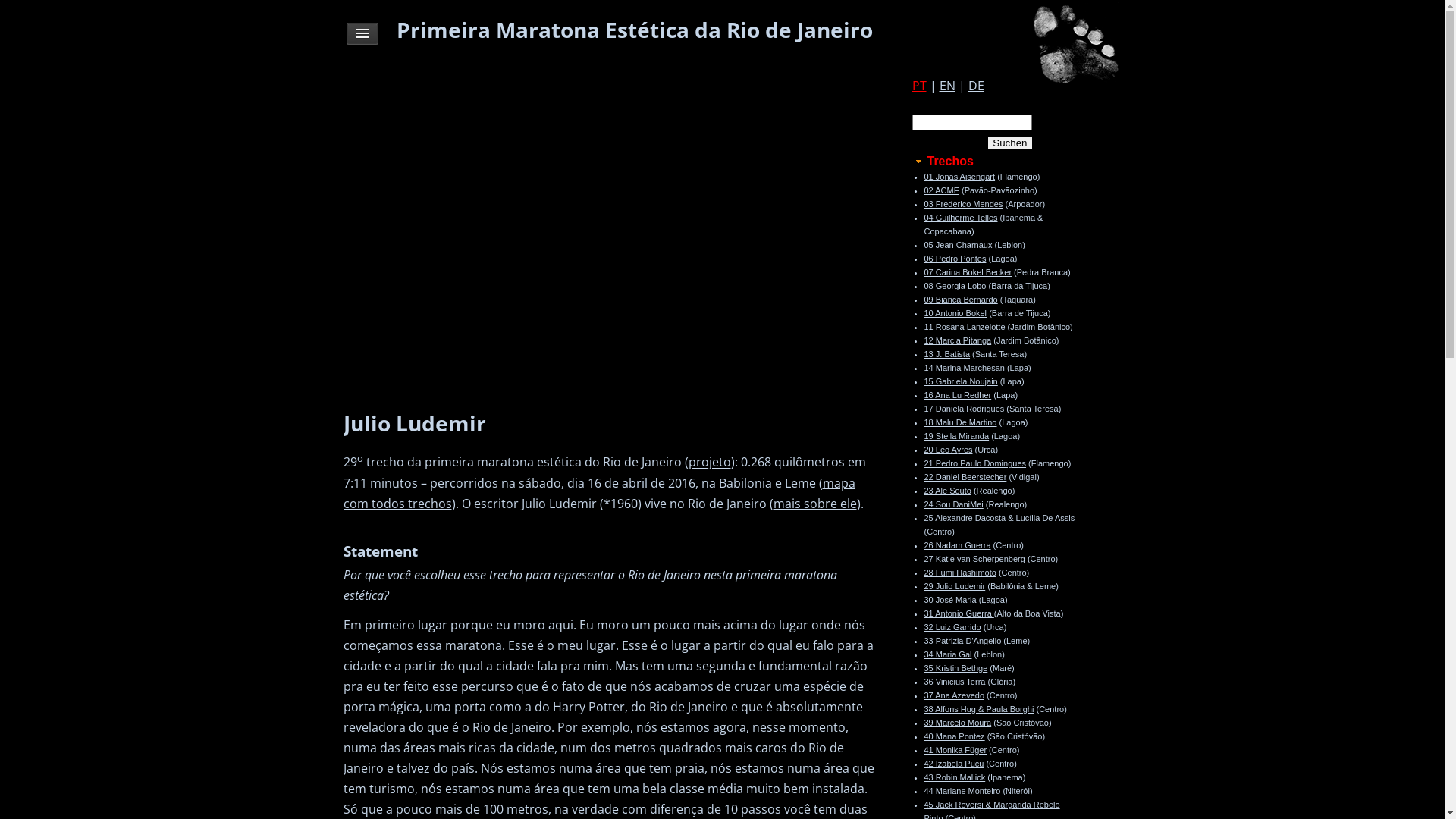  What do you see at coordinates (923, 573) in the screenshot?
I see `'28 Fumi Hashimoto'` at bounding box center [923, 573].